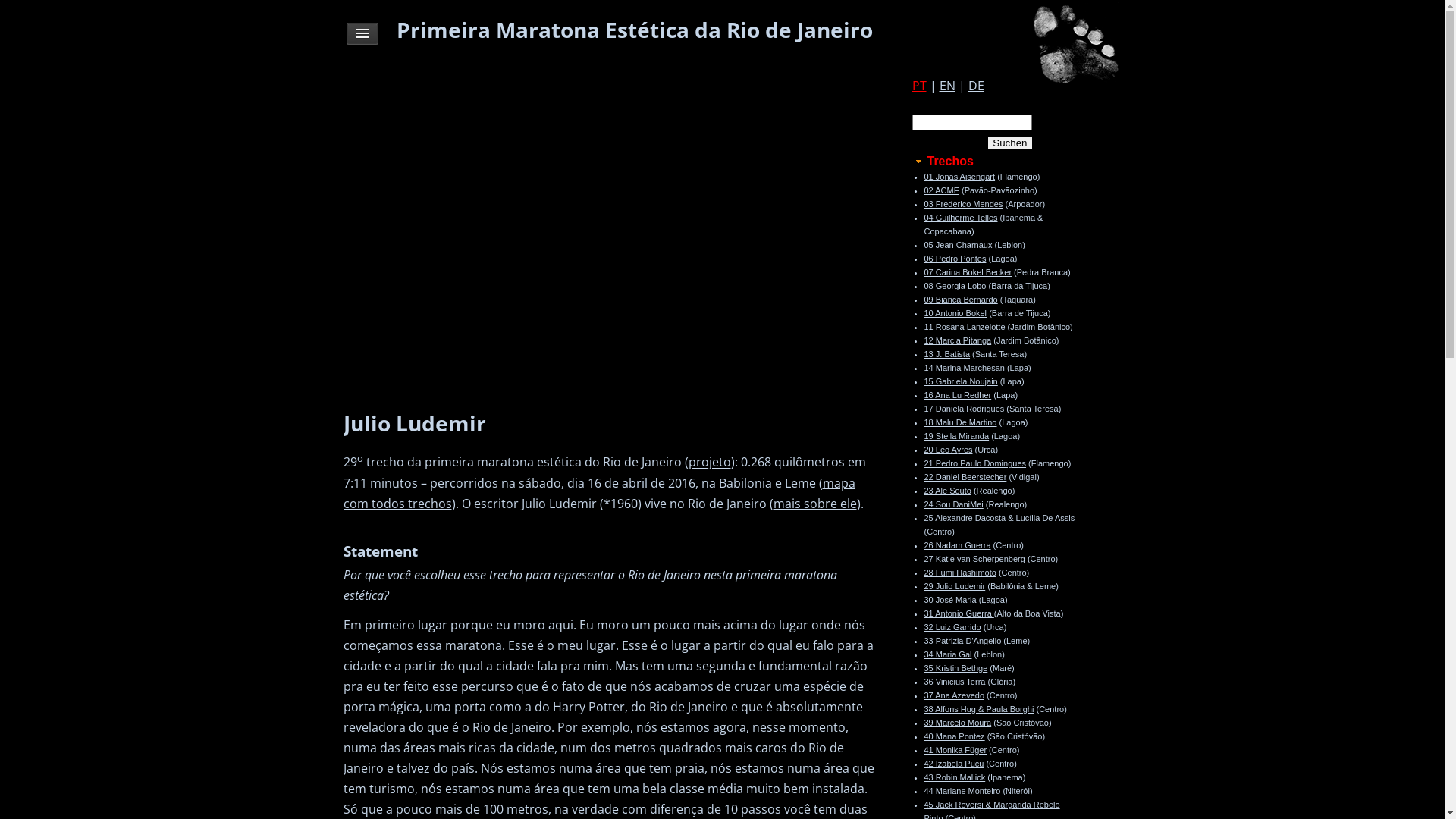  What do you see at coordinates (923, 573) in the screenshot?
I see `'28 Fumi Hashimoto'` at bounding box center [923, 573].